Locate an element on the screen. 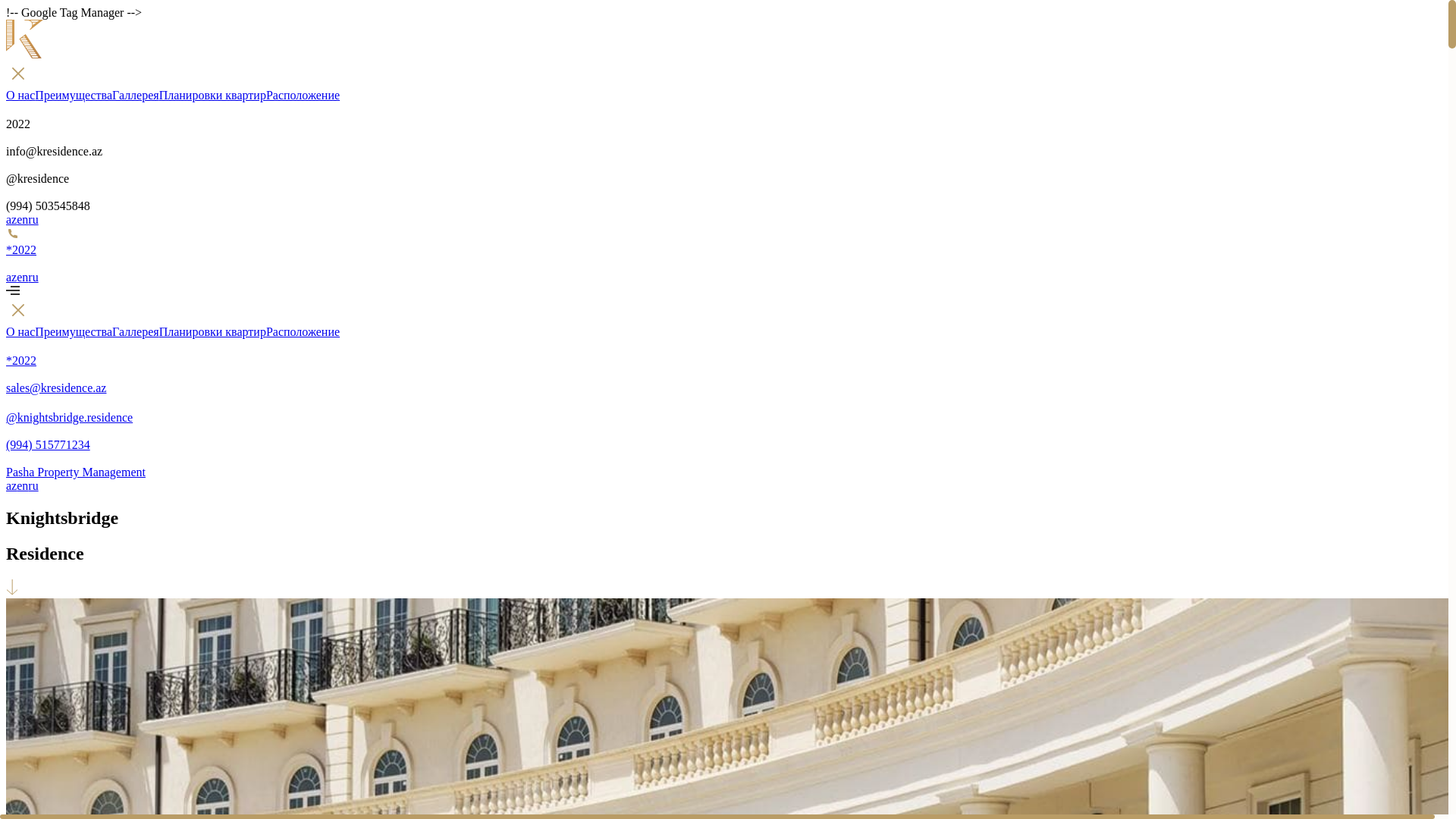 The height and width of the screenshot is (819, 1456). '*2022' is located at coordinates (723, 353).